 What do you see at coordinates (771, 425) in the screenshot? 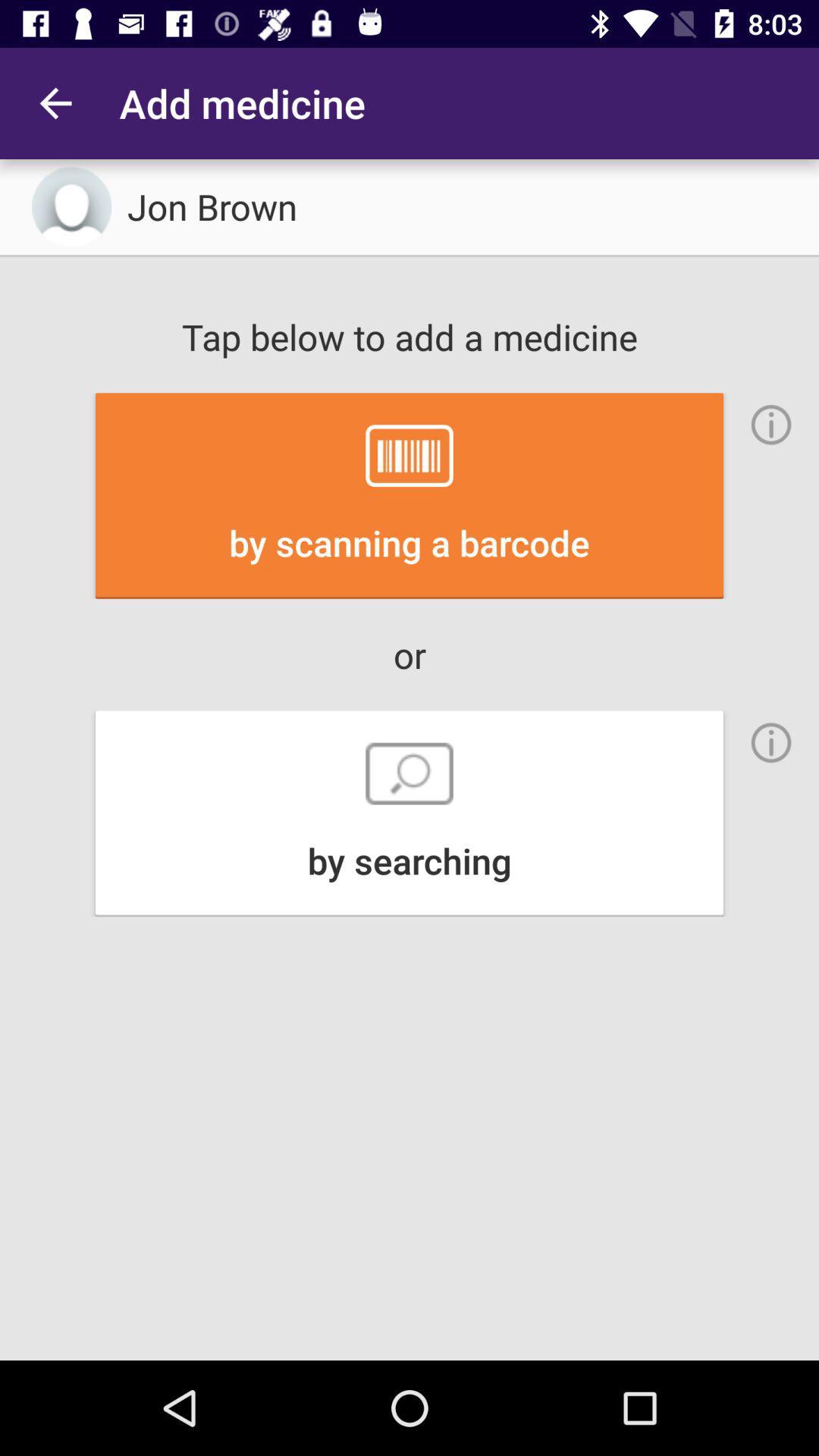
I see `info button` at bounding box center [771, 425].